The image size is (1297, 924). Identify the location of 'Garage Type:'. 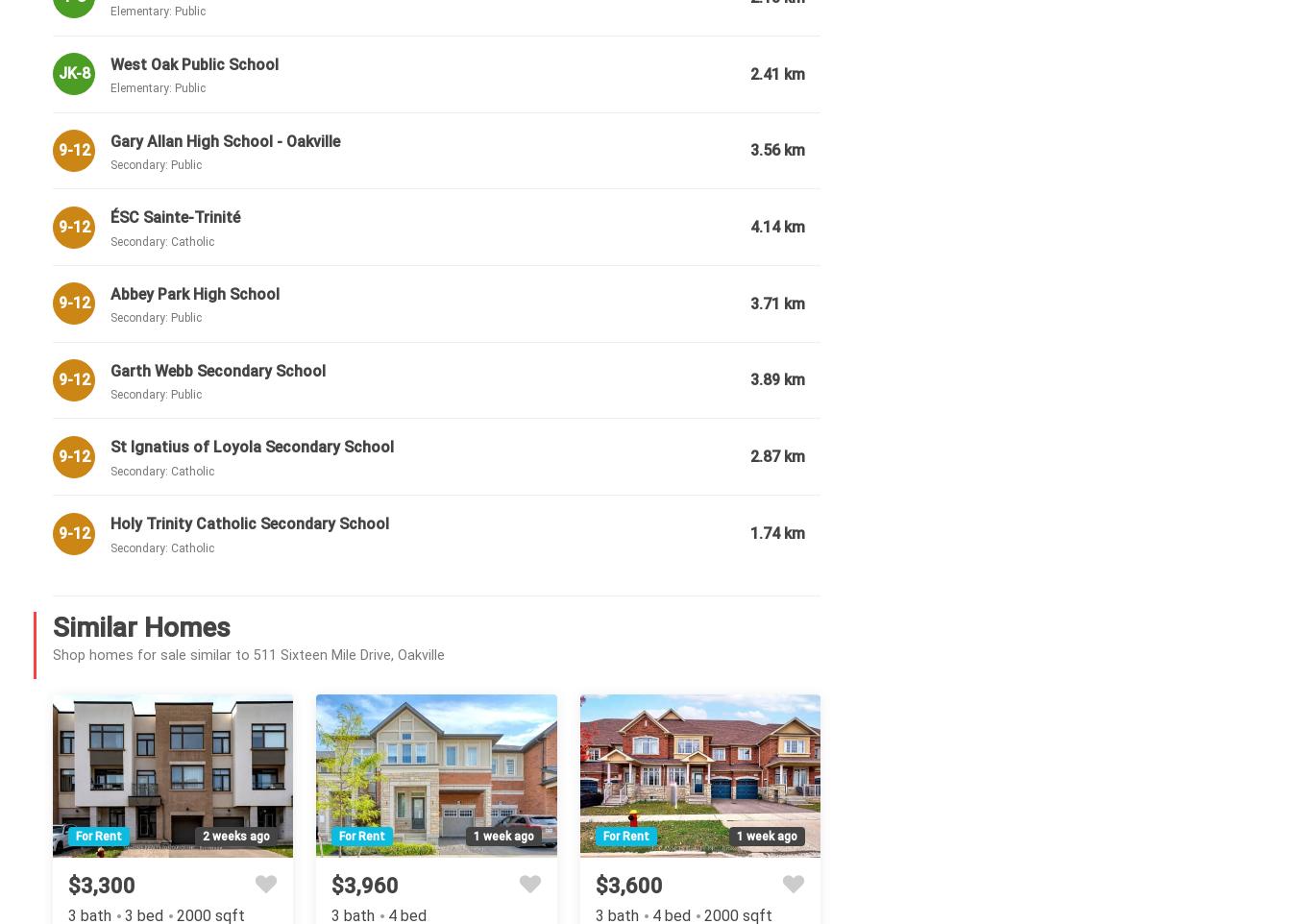
(98, 205).